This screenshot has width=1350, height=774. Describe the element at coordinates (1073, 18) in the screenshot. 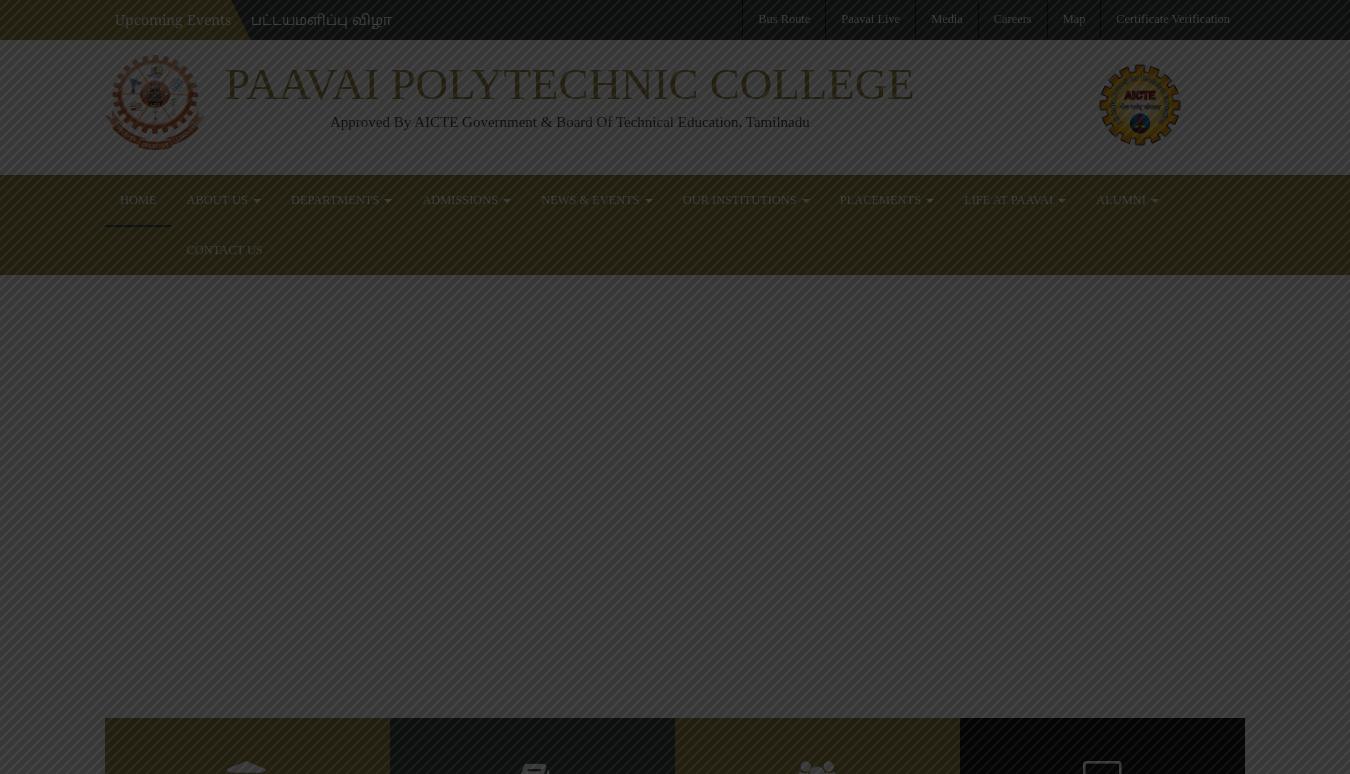

I see `'Map'` at that location.